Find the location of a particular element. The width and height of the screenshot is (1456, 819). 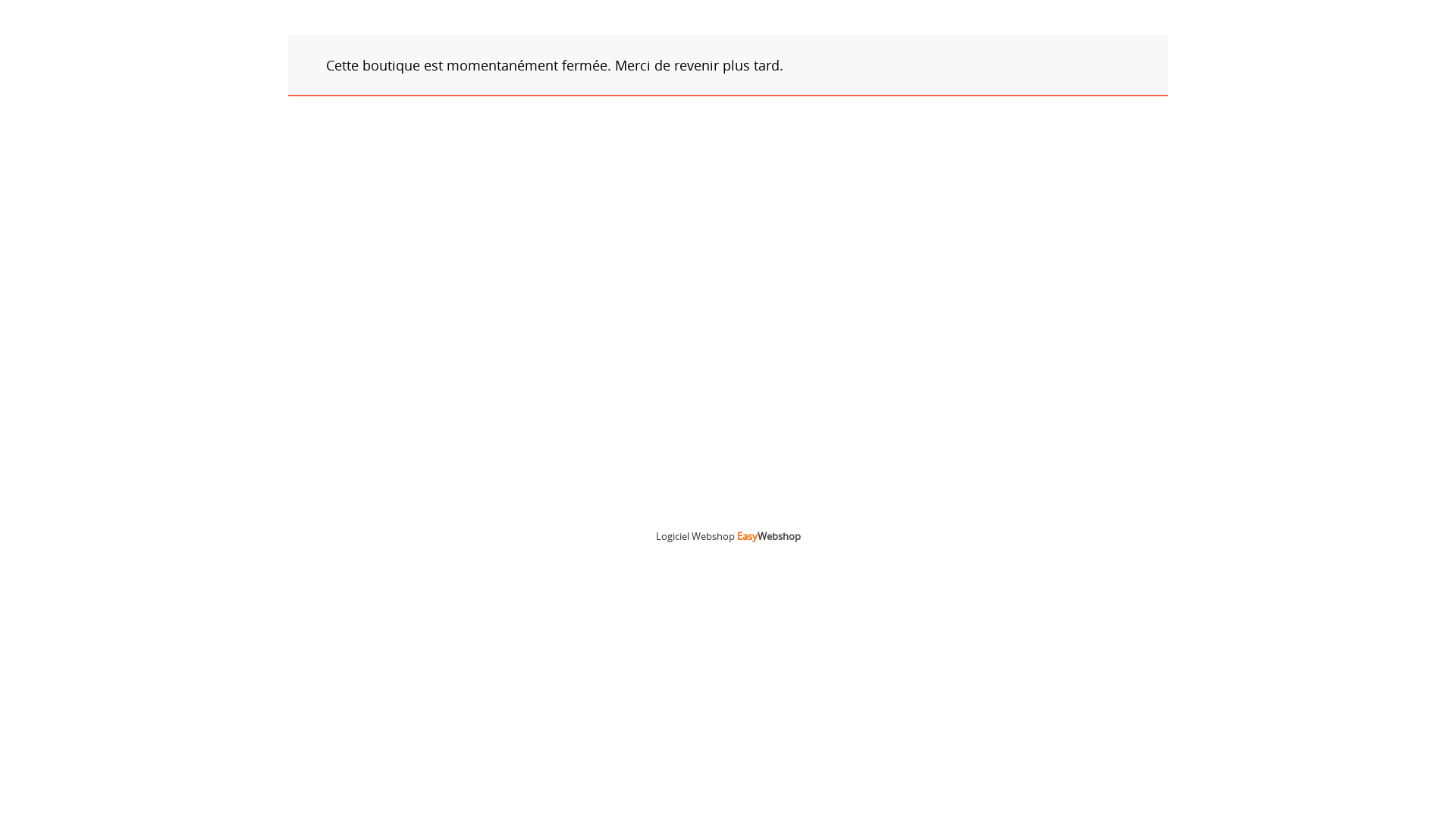

'Logiciel Webshop EasyWebshop' is located at coordinates (726, 535).